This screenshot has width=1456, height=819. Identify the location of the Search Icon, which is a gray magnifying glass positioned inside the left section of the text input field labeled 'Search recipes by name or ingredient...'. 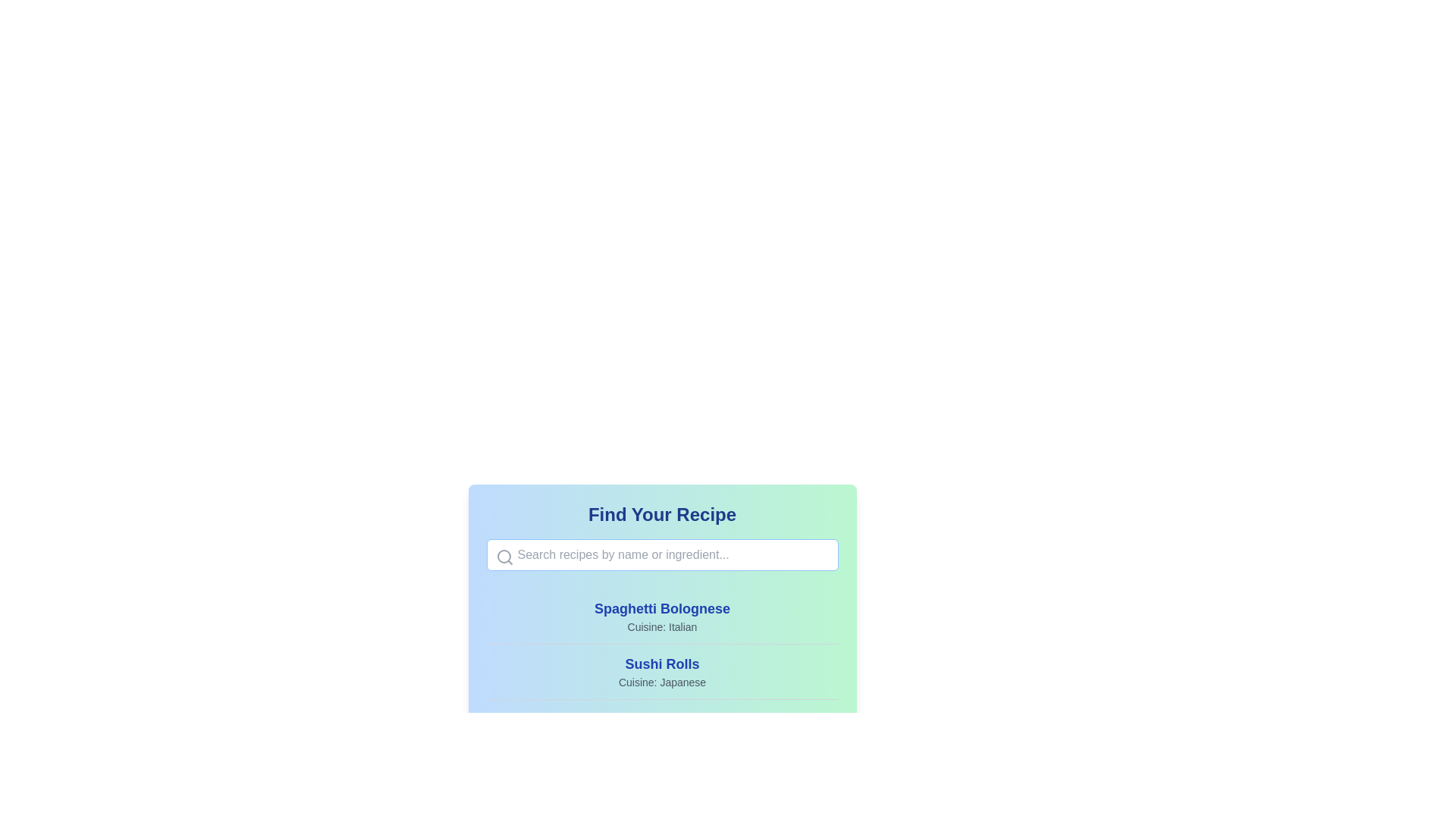
(504, 557).